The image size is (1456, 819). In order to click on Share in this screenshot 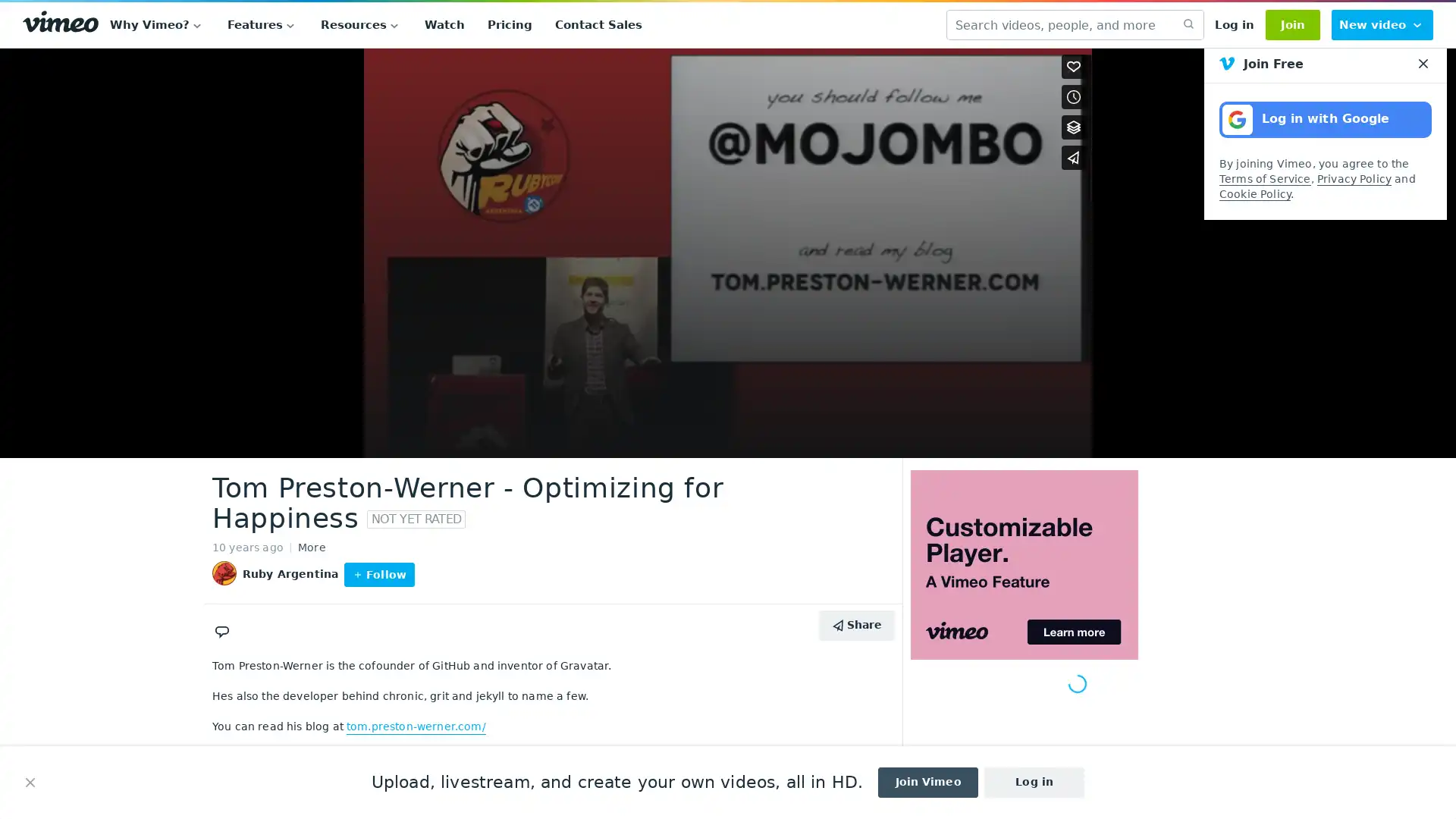, I will do `click(856, 625)`.